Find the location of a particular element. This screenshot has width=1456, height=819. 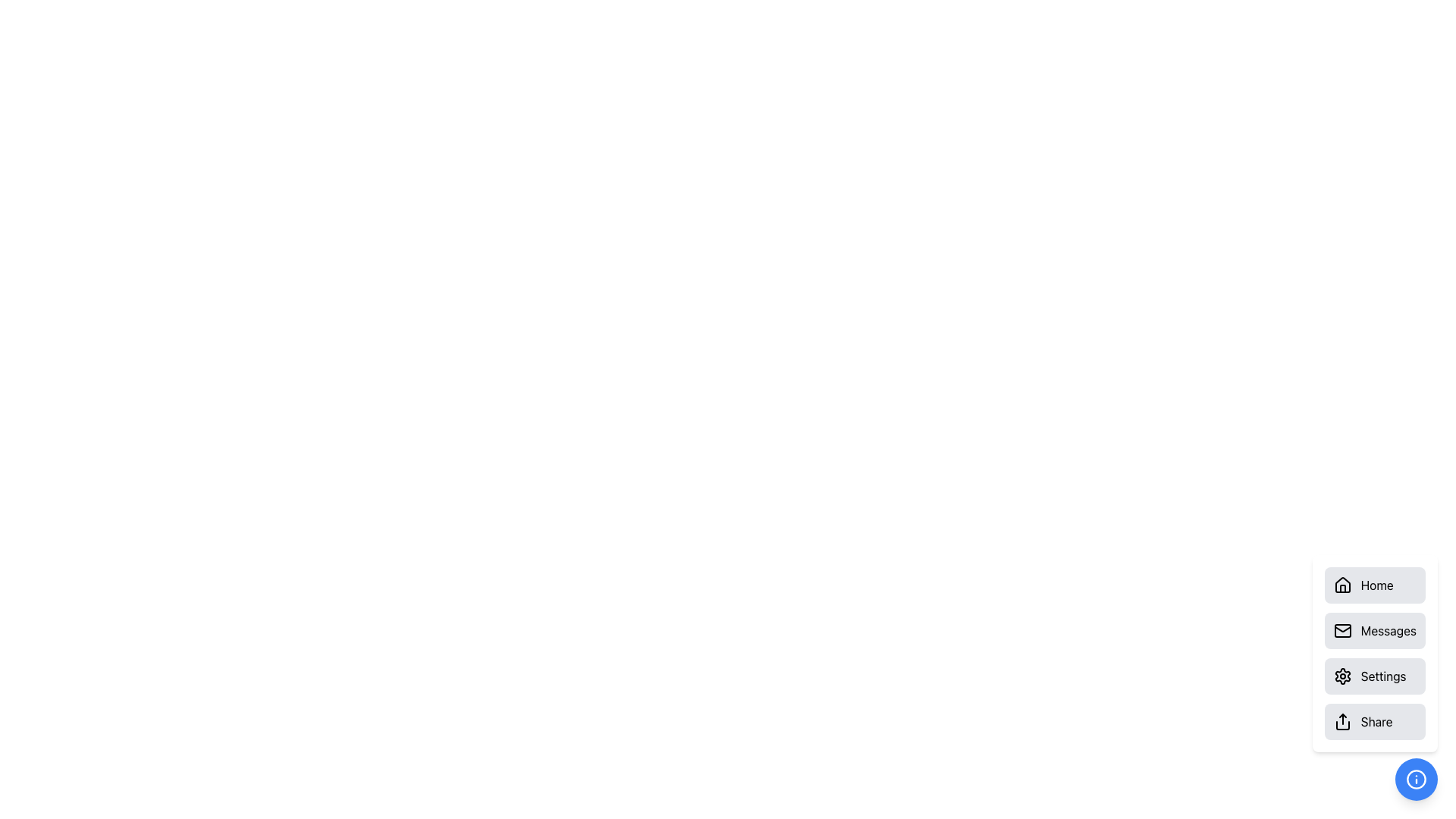

the 'Settings' button, which is a rectangular button with rounded corners, gray background, and a gear icon on the left, positioned third in a vertical list of buttons is located at coordinates (1375, 675).